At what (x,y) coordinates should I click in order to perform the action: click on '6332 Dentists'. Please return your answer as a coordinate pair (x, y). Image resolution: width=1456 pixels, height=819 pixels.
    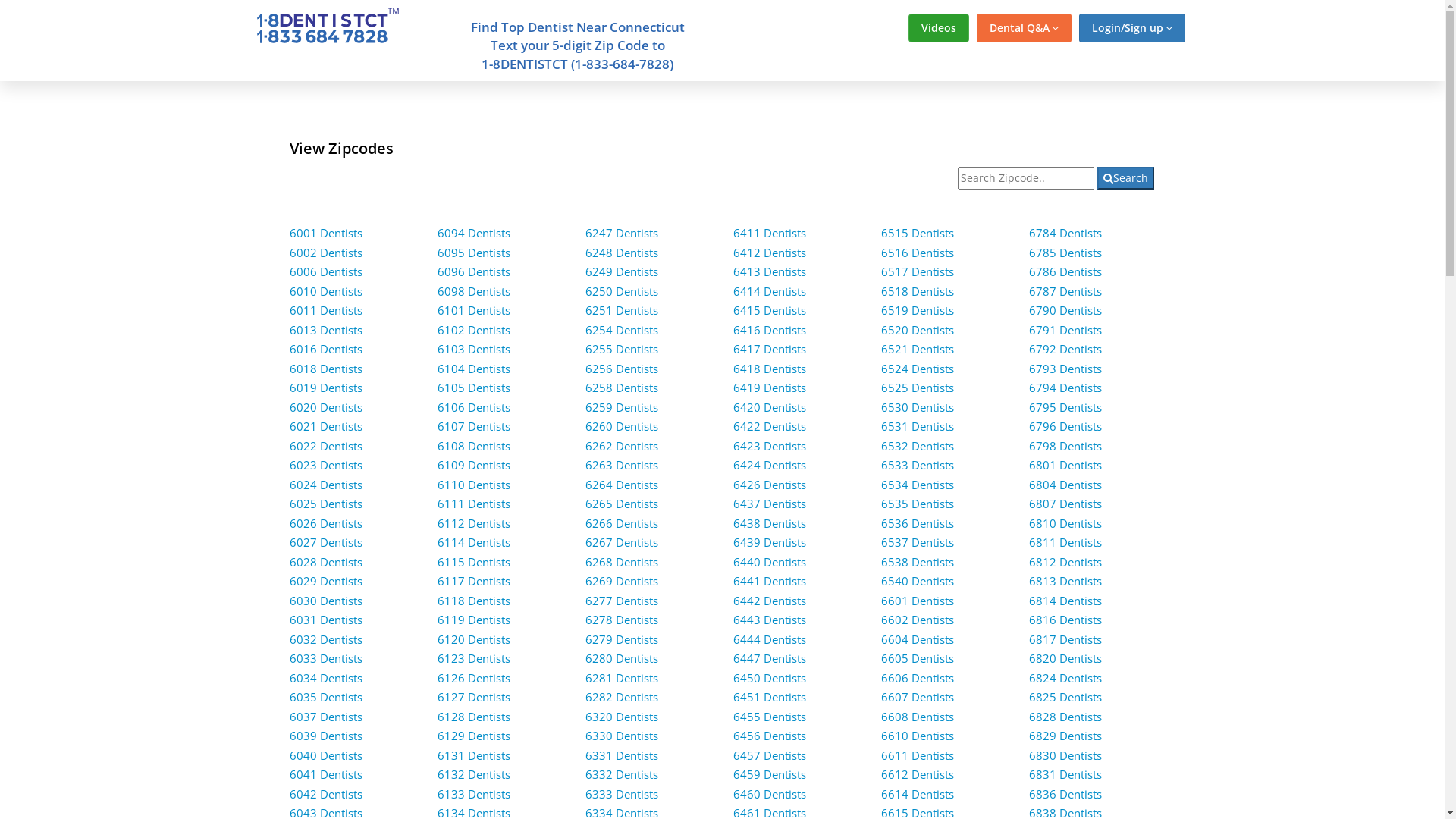
    Looking at the image, I should click on (622, 774).